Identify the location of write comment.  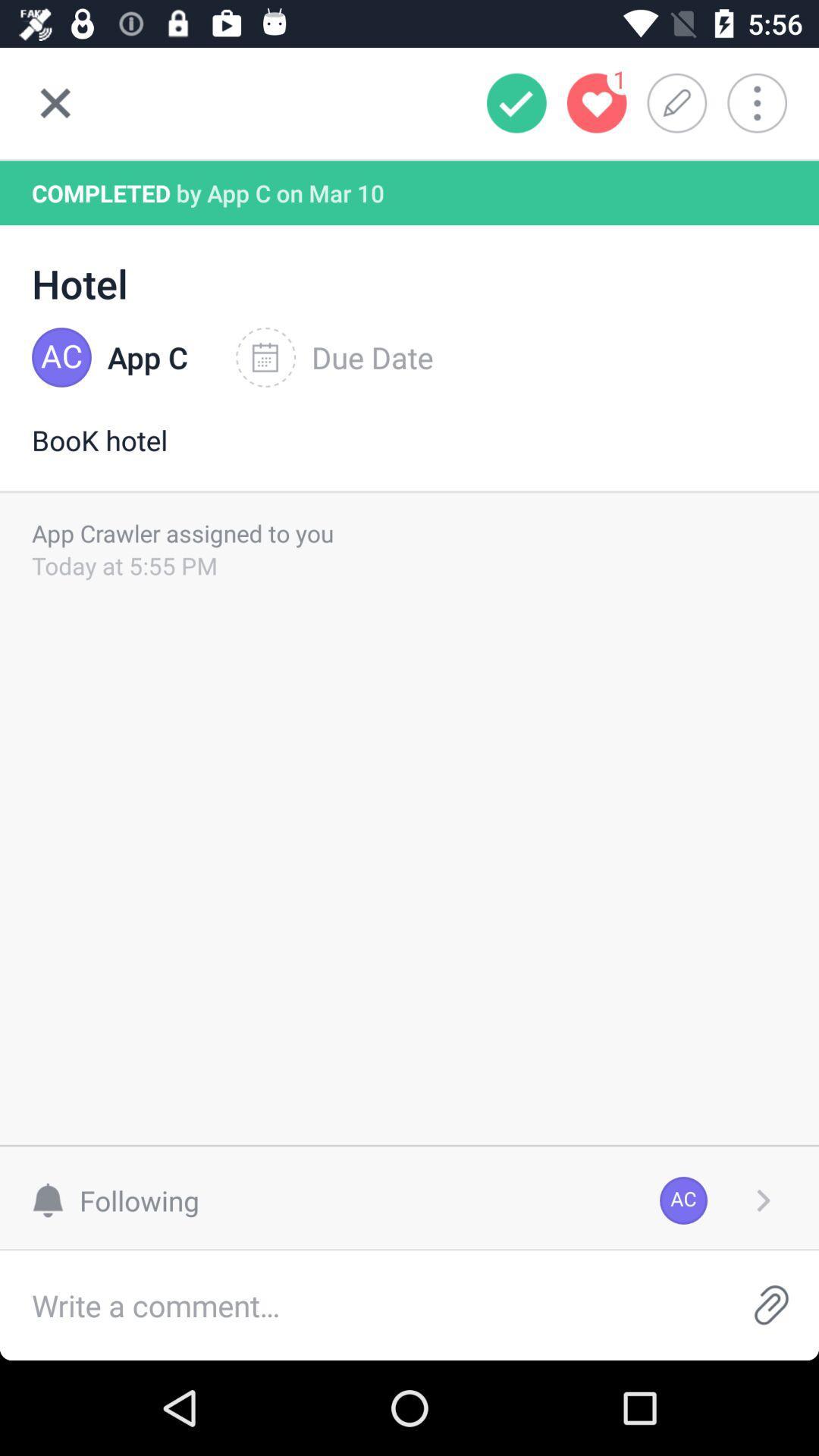
(362, 1304).